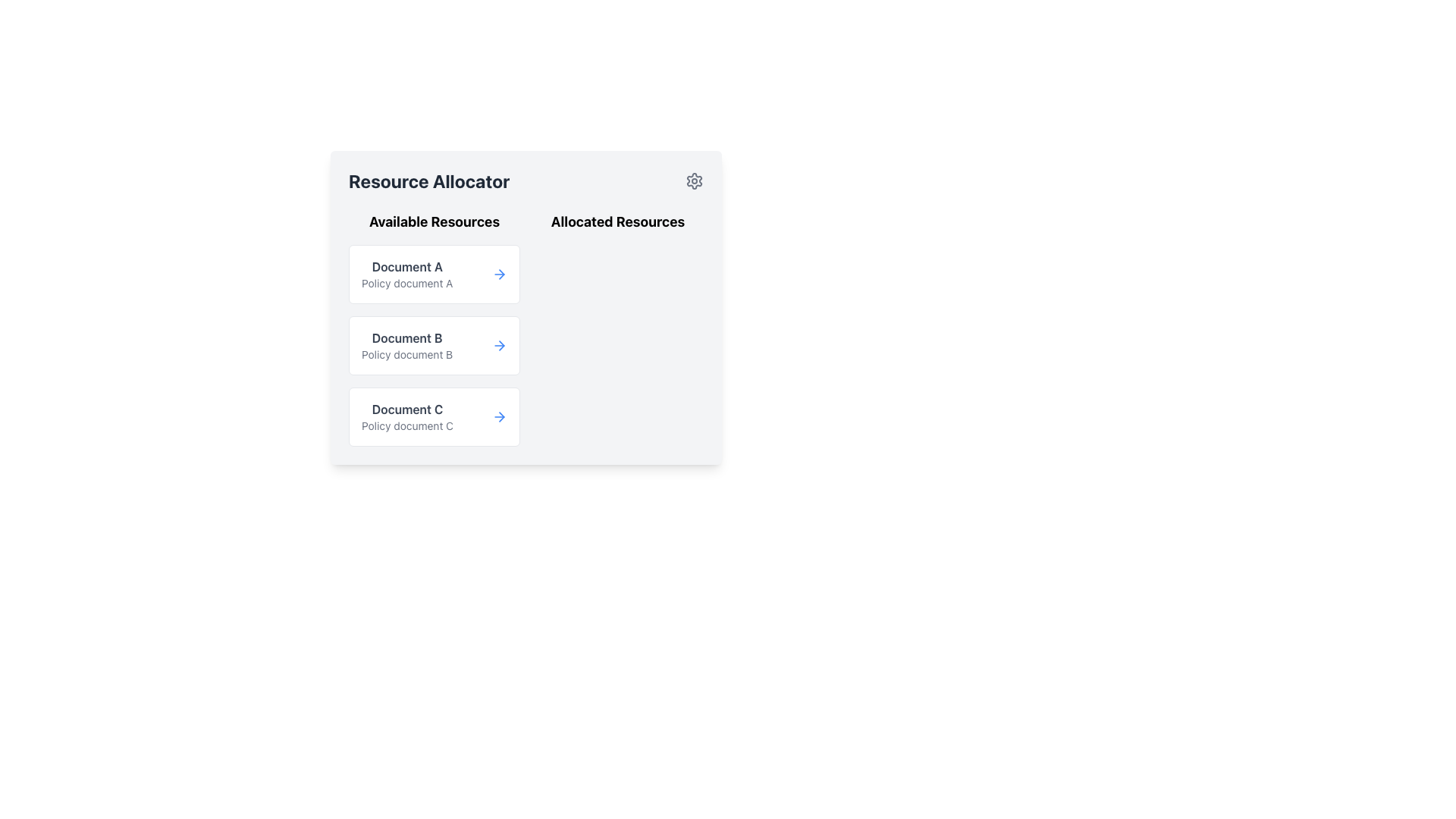 This screenshot has width=1456, height=819. Describe the element at coordinates (499, 417) in the screenshot. I see `the blue arrow-shaped button associated with 'Document C' located at the bottom right of the 'Available Resources' section` at that location.